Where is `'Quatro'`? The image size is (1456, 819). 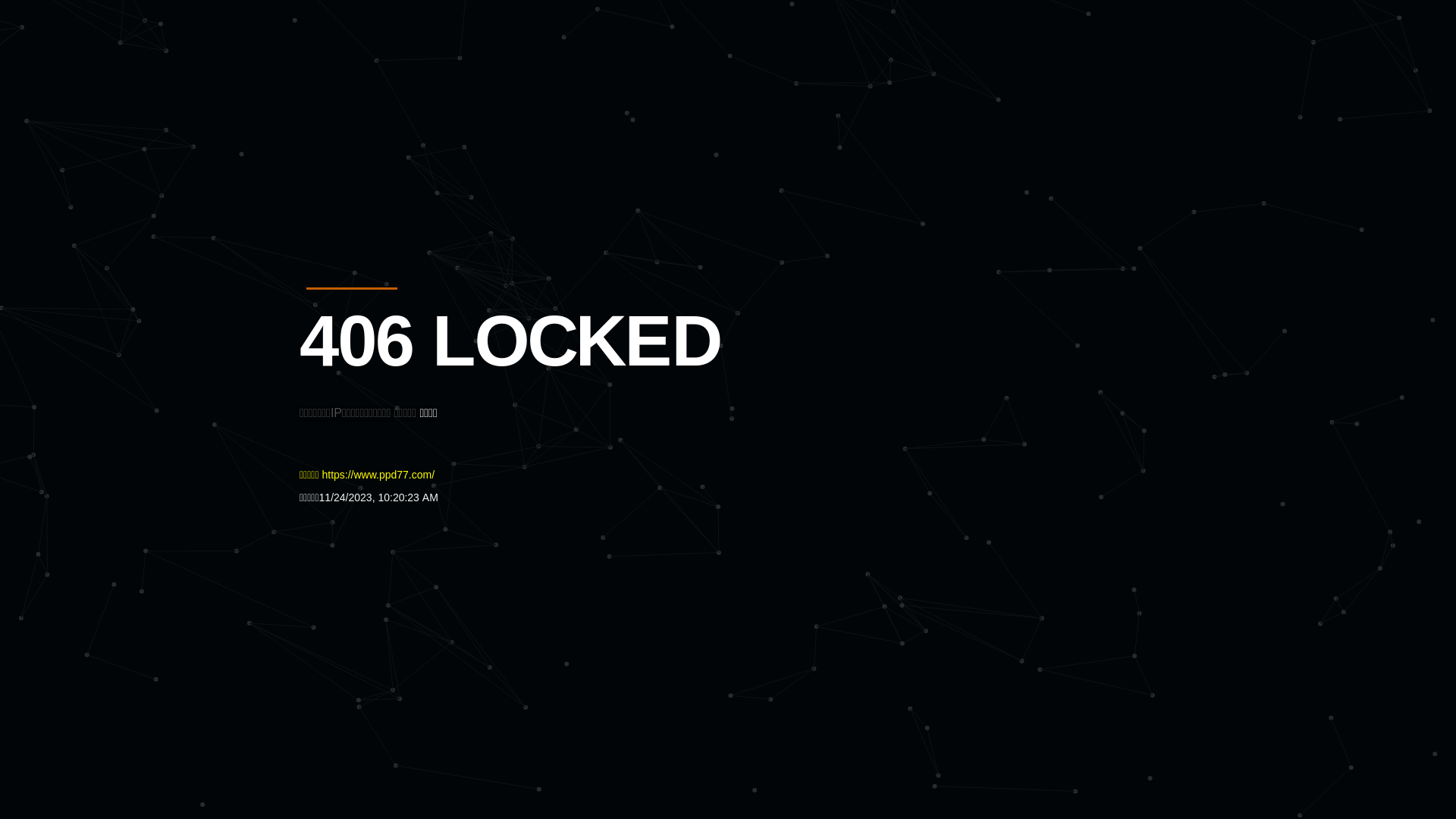 'Quatro' is located at coordinates (411, 86).